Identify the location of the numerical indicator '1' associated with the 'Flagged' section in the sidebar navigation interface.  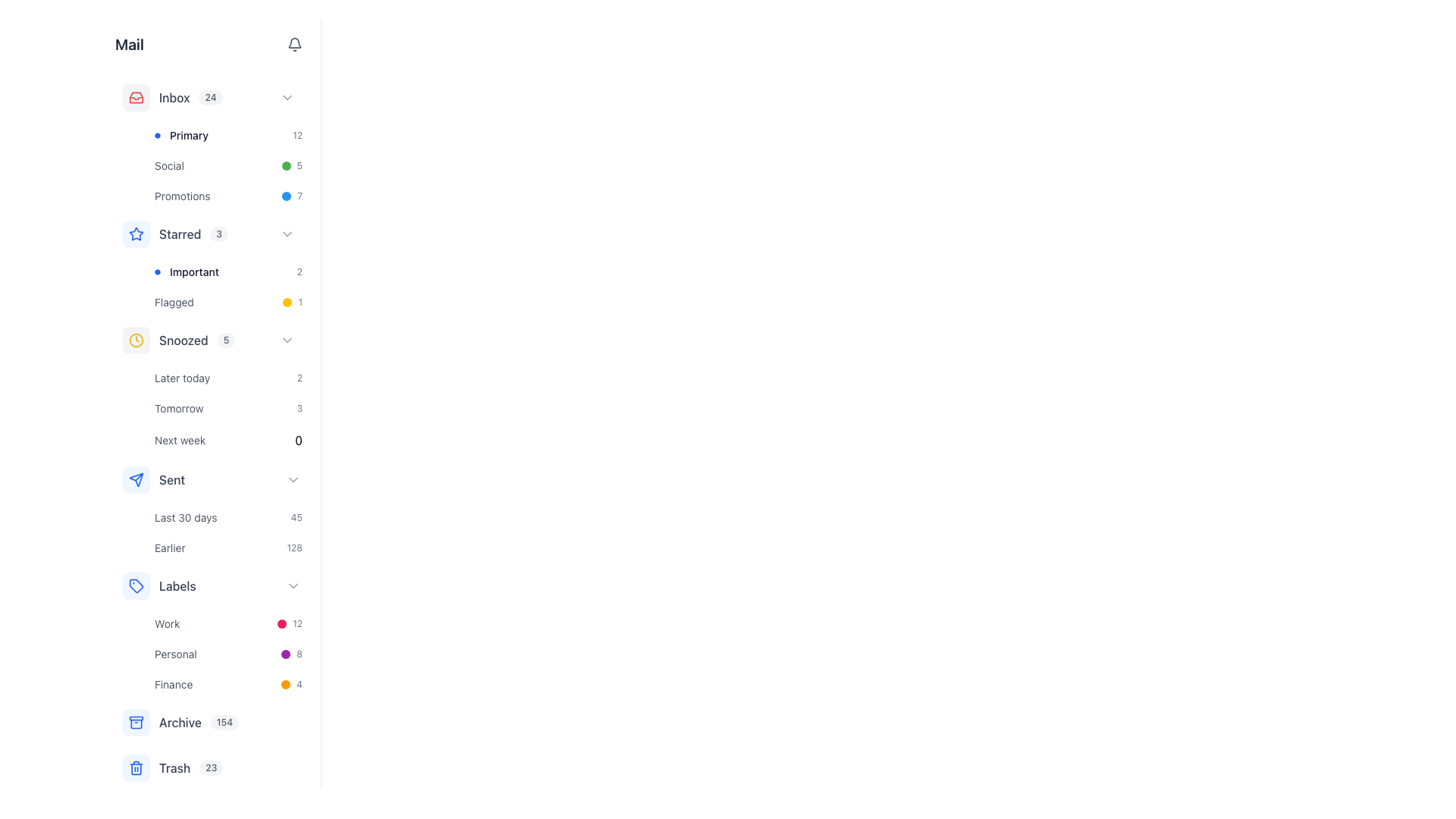
(300, 302).